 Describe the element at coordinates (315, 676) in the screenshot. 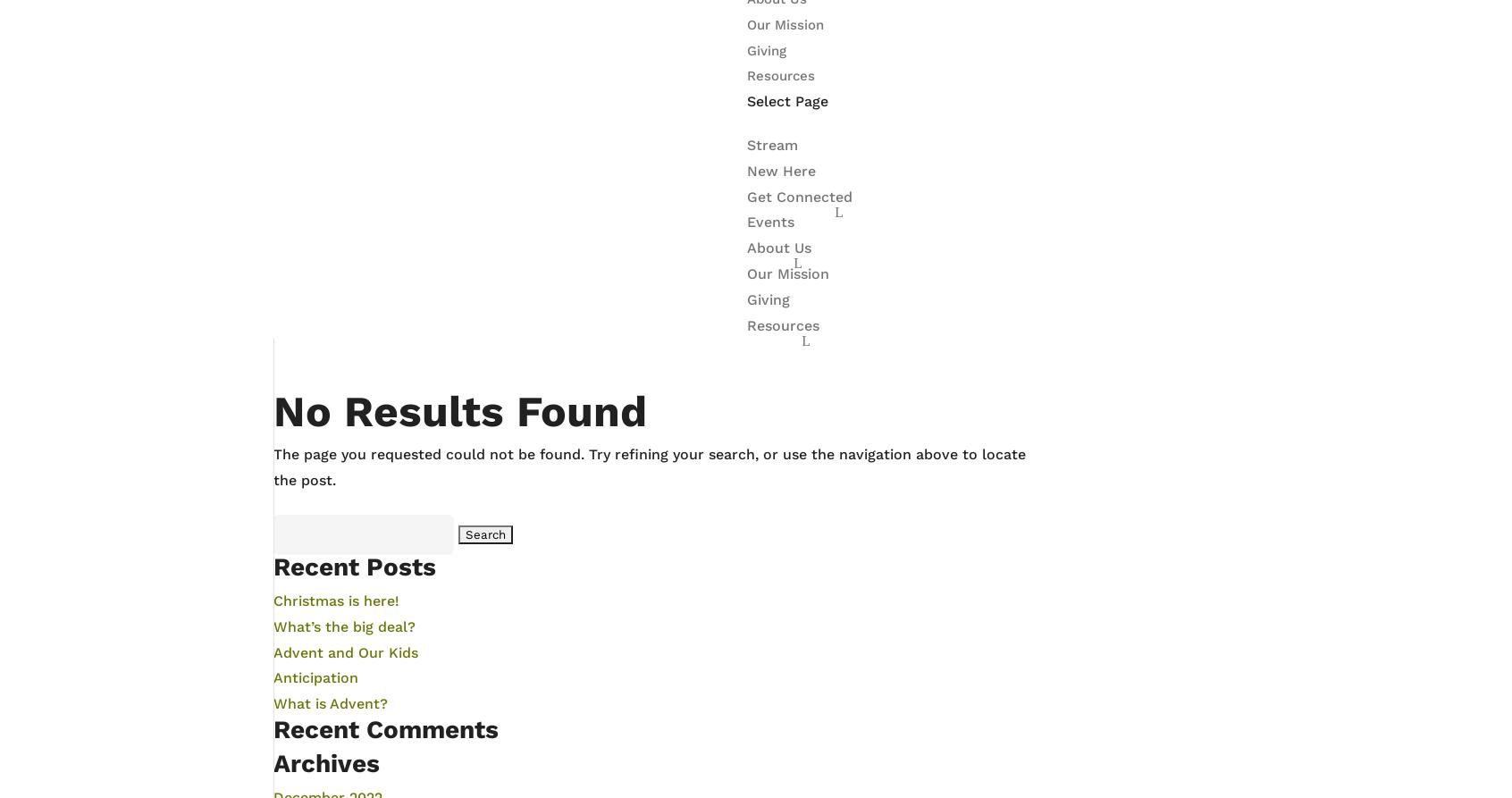

I see `'Anticipation'` at that location.